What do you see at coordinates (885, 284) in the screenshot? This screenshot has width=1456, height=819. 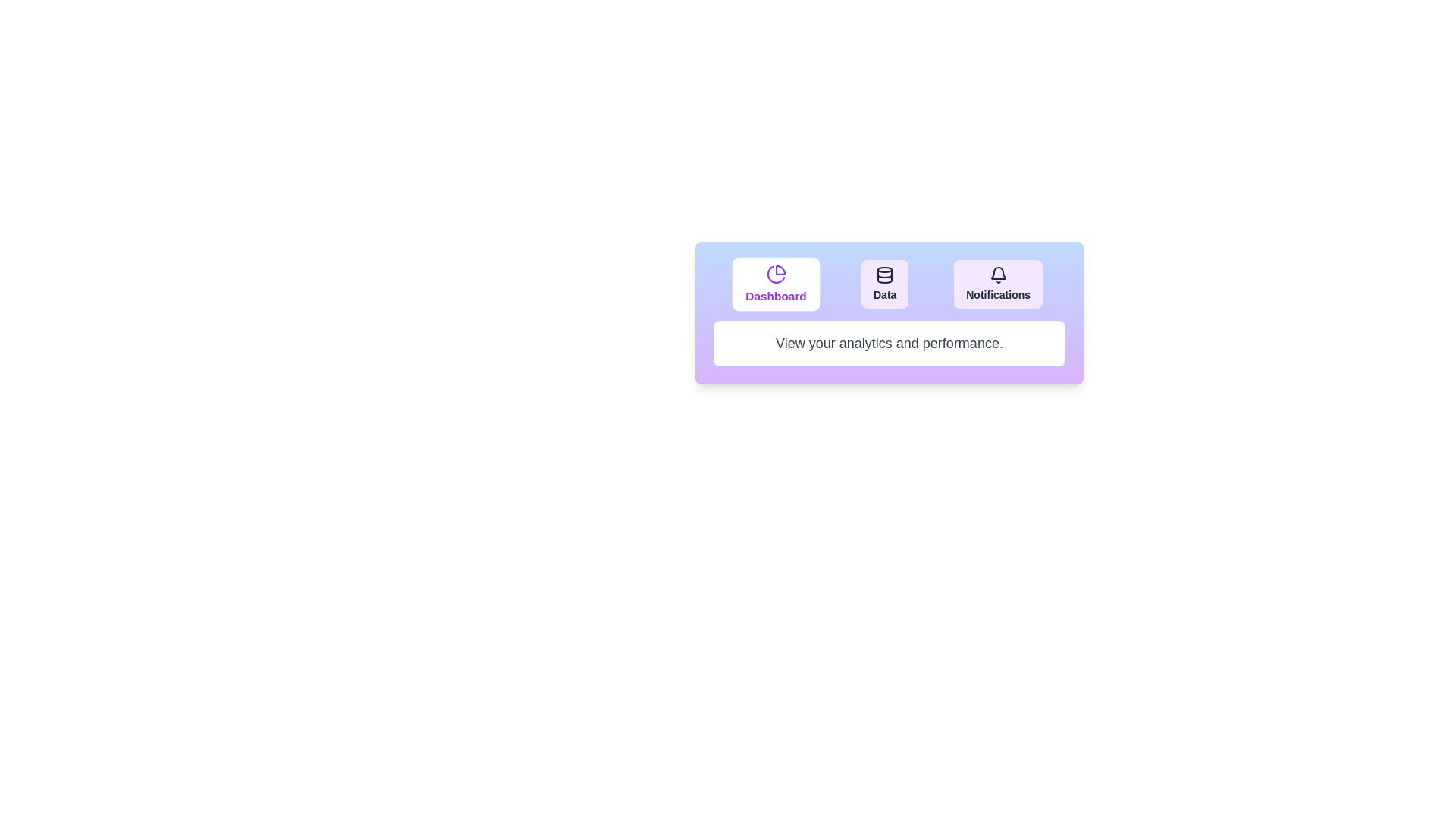 I see `the Data tab by clicking its button` at bounding box center [885, 284].